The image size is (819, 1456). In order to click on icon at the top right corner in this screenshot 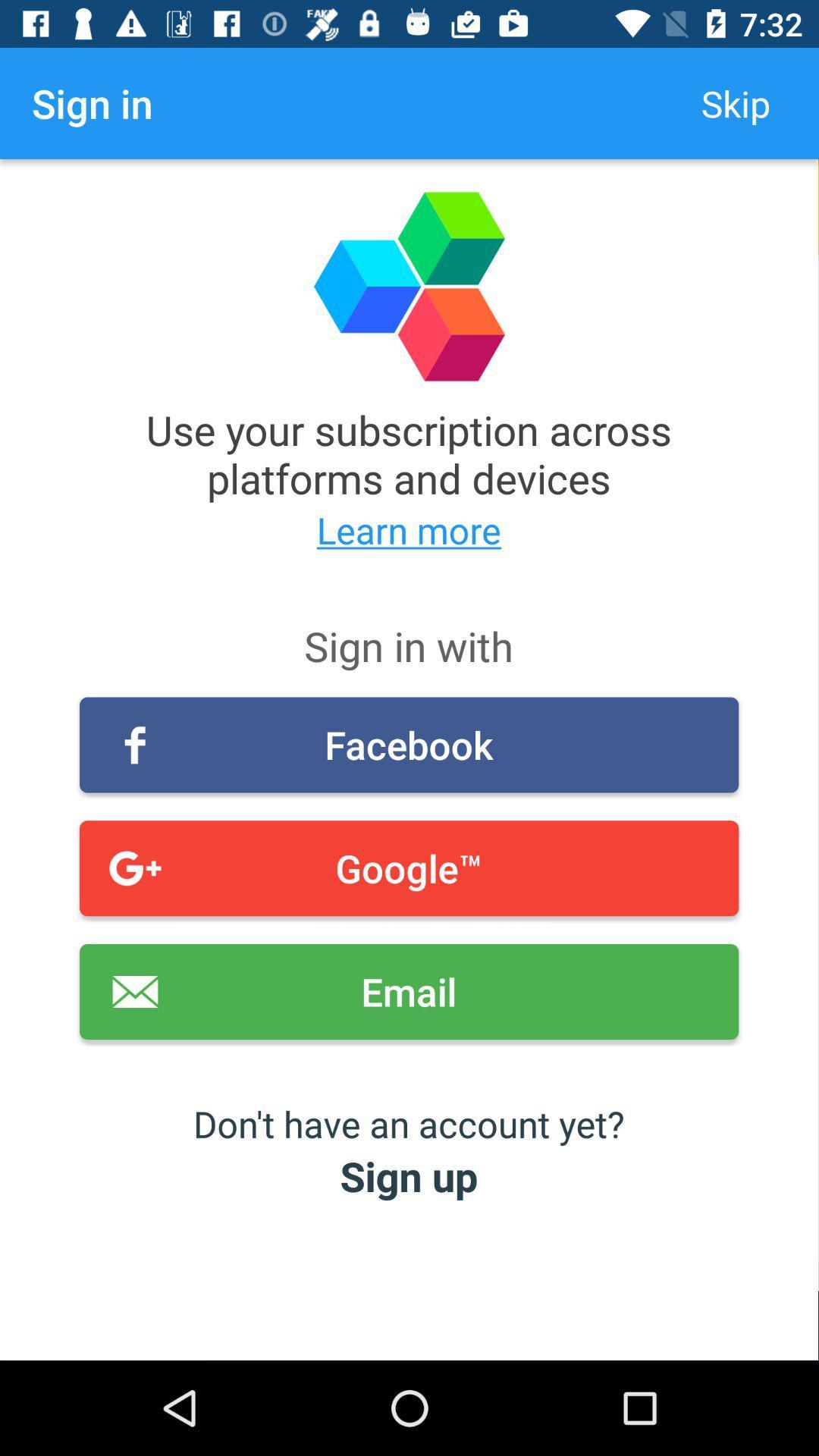, I will do `click(735, 102)`.